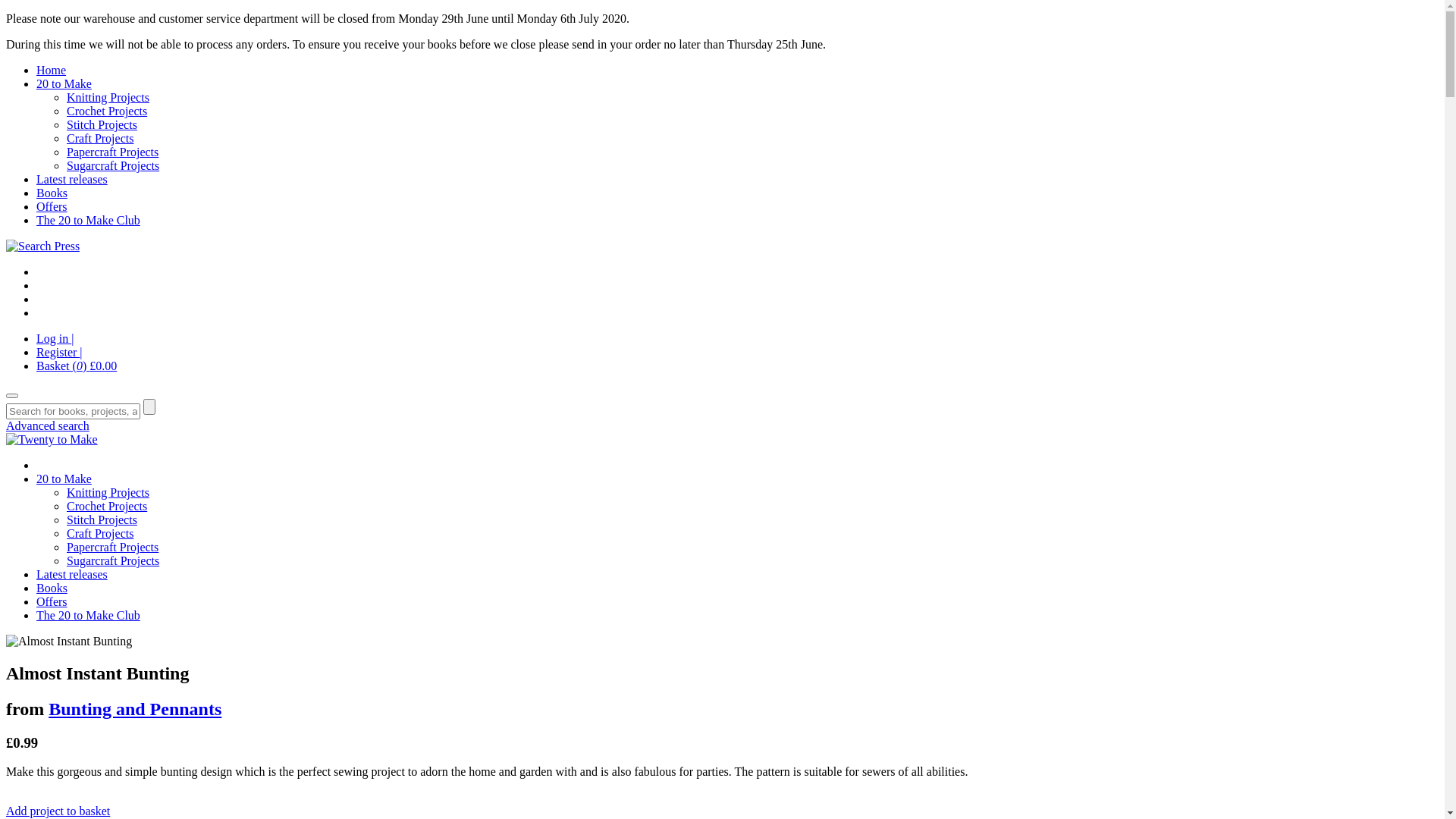 The width and height of the screenshot is (1456, 819). I want to click on 'Offers', so click(52, 206).